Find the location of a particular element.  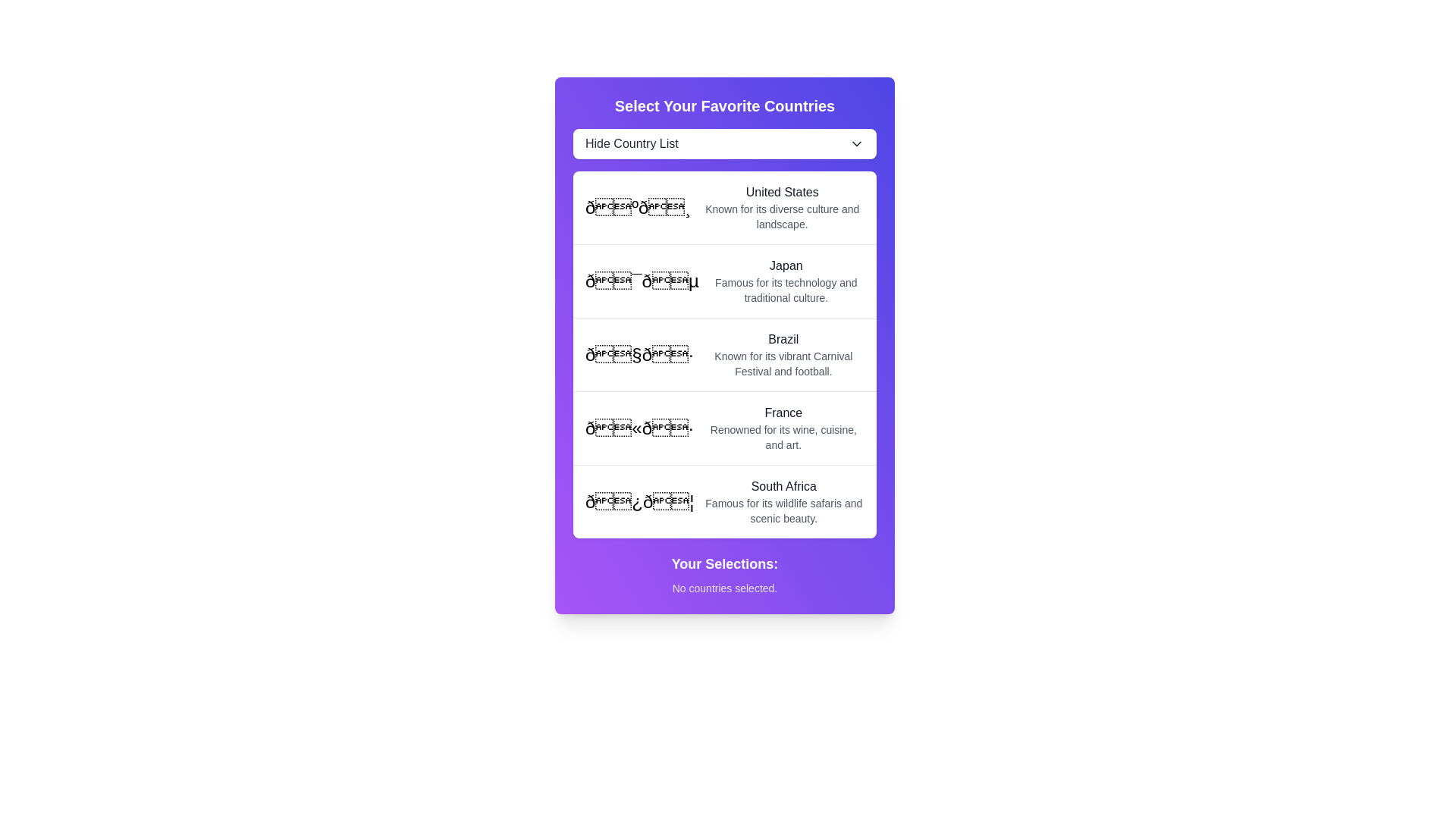

the list item displaying the France flag emoji, bold text 'France', and description 'Renowned for its wine, cuisine, and art.' is located at coordinates (723, 428).